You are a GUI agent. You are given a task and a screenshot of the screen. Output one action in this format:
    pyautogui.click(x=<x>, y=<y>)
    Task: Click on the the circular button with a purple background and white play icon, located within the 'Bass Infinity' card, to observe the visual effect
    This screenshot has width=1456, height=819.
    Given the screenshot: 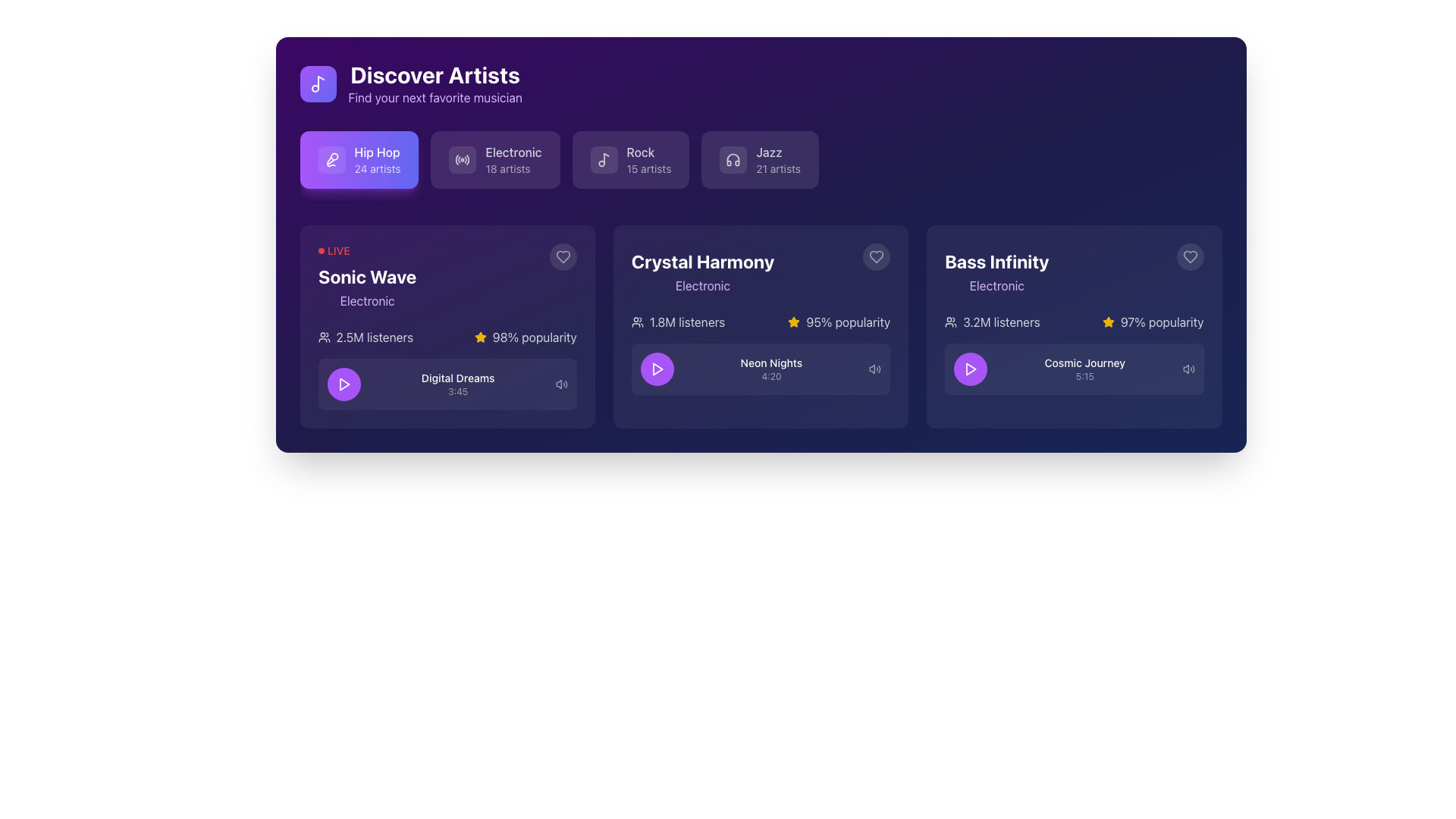 What is the action you would take?
    pyautogui.click(x=971, y=369)
    